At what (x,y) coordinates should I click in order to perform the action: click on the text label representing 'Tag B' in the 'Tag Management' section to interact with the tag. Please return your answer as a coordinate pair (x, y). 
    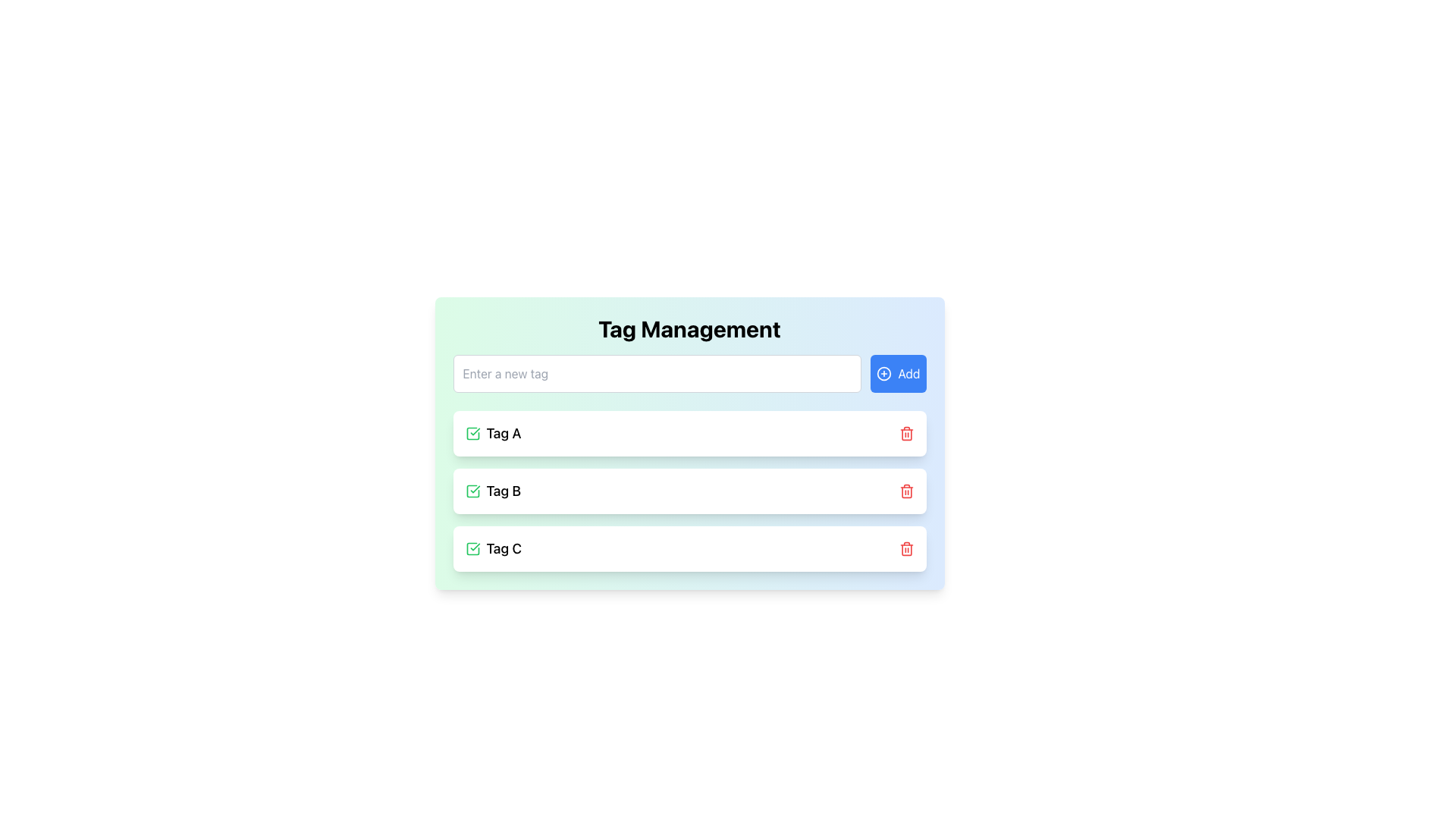
    Looking at the image, I should click on (493, 491).